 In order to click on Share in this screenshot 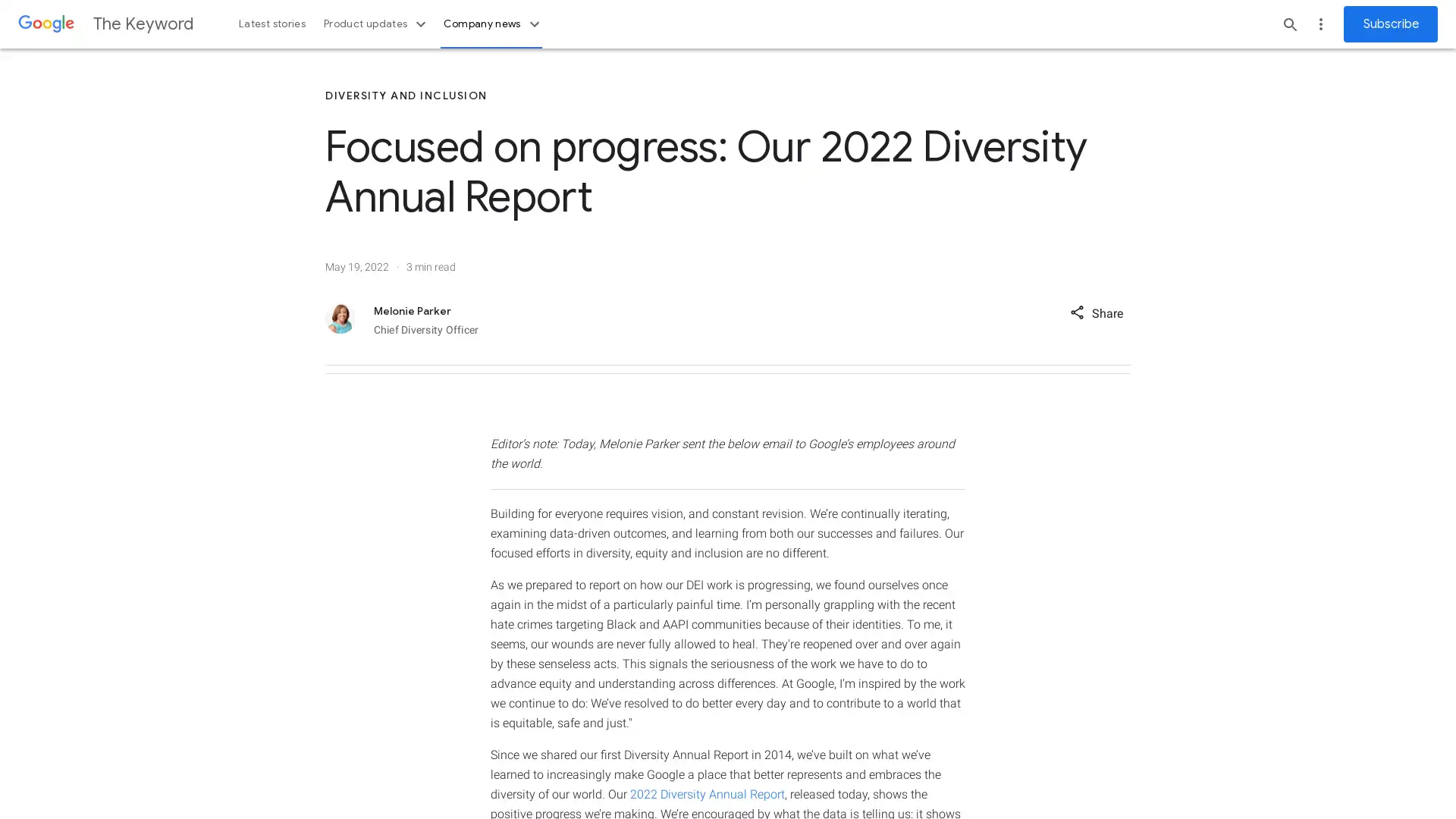, I will do `click(1096, 311)`.